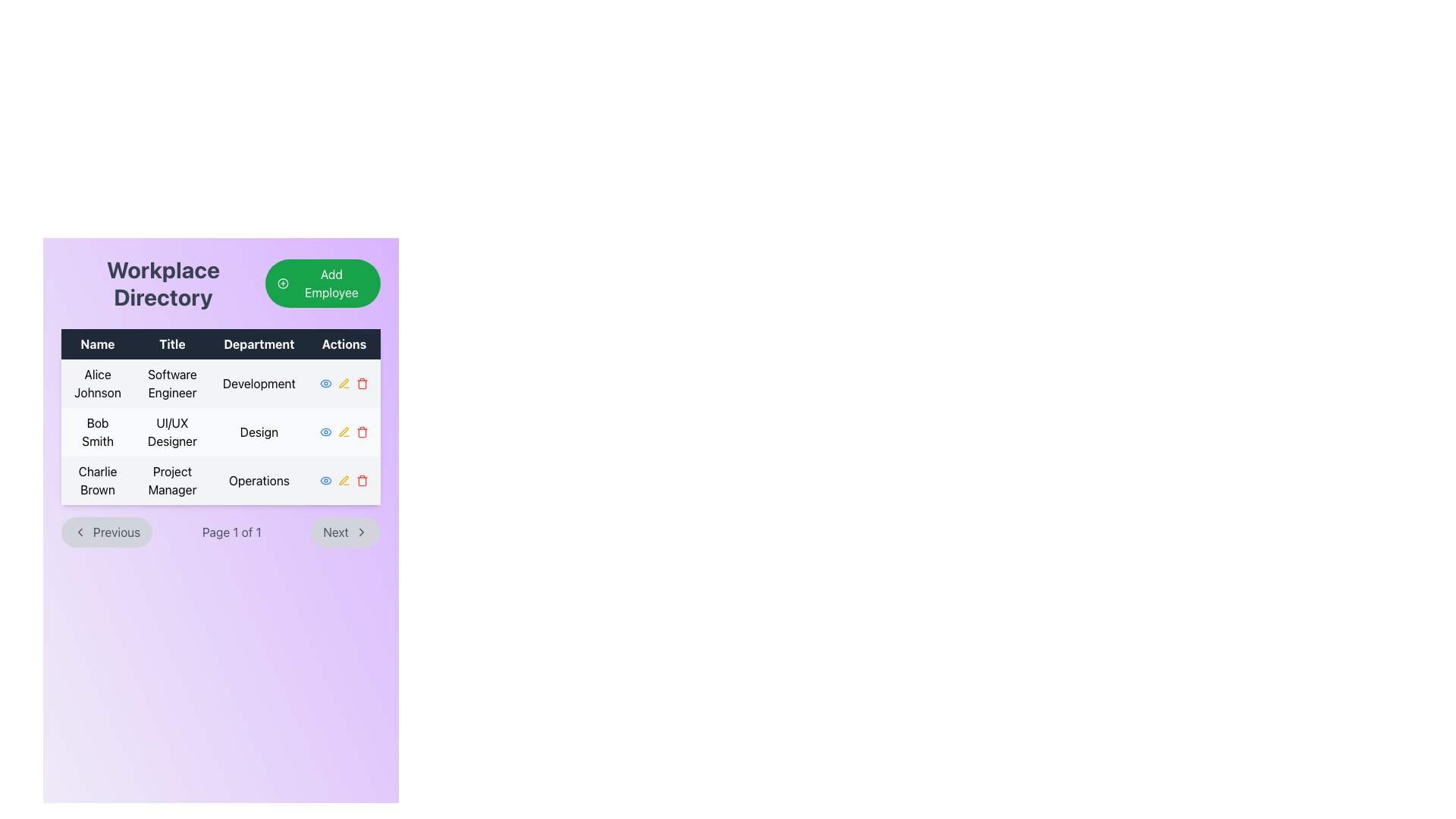 The height and width of the screenshot is (819, 1456). Describe the element at coordinates (97, 344) in the screenshot. I see `the 'Name' header label, which is displayed in bold white text on a dark blue background, located in the top-left corner of the table header row` at that location.